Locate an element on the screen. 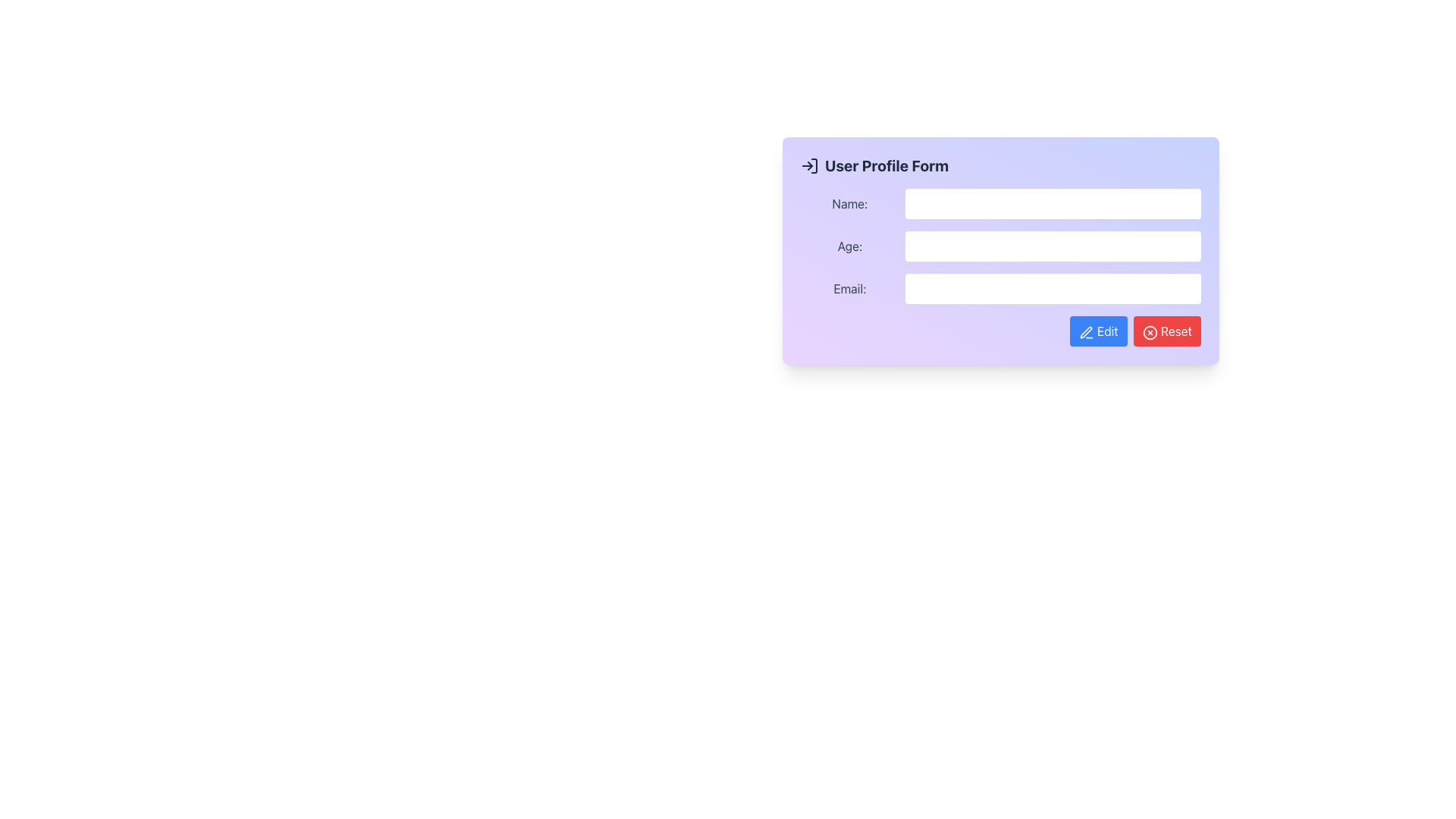  the circular SVG shape that is styled as an outline and is part of the 'X' icon located in the top-right corner next to the 'User Profile Form' header is located at coordinates (1150, 331).